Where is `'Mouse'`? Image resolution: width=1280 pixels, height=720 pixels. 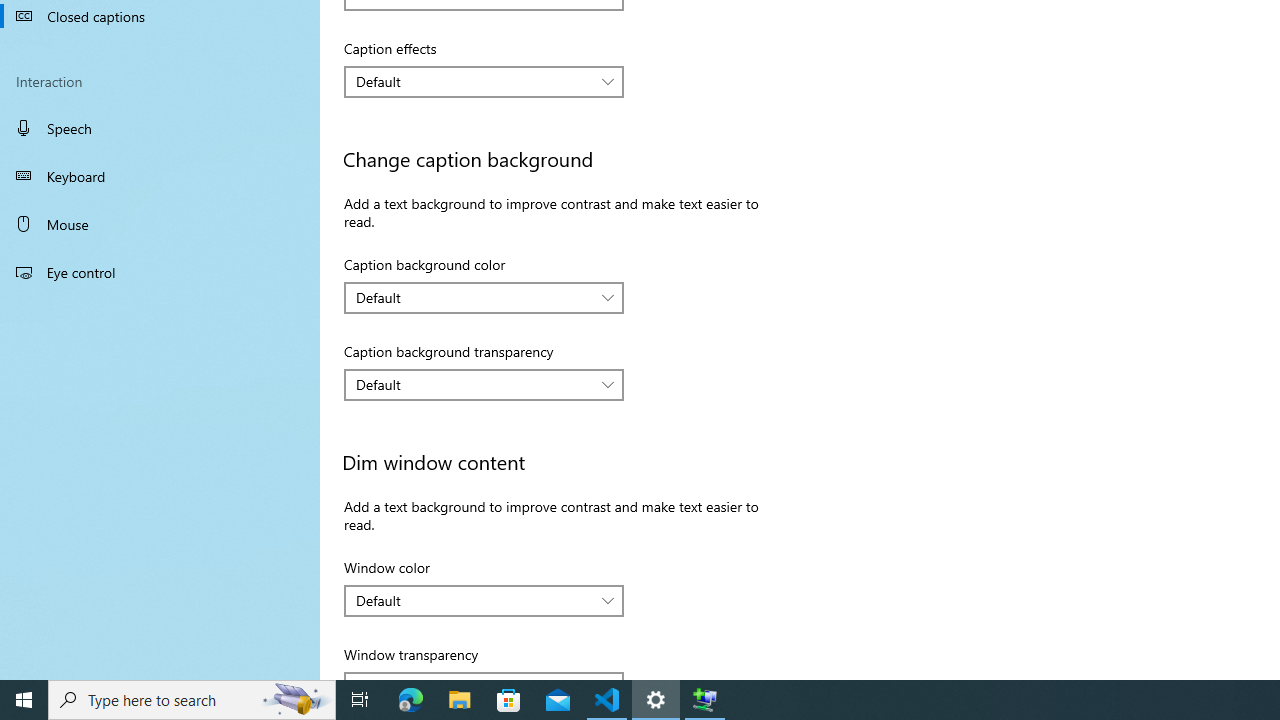 'Mouse' is located at coordinates (160, 223).